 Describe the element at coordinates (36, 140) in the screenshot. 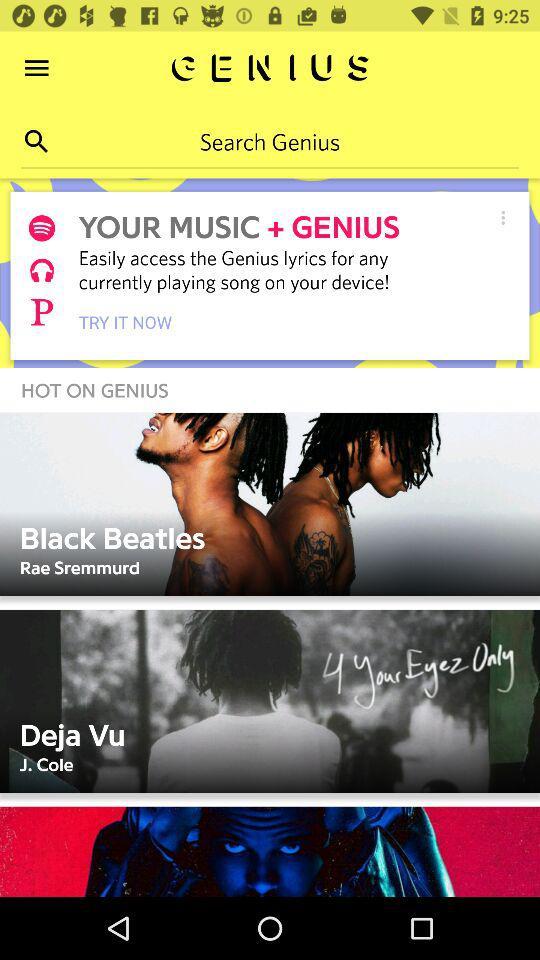

I see `search` at that location.